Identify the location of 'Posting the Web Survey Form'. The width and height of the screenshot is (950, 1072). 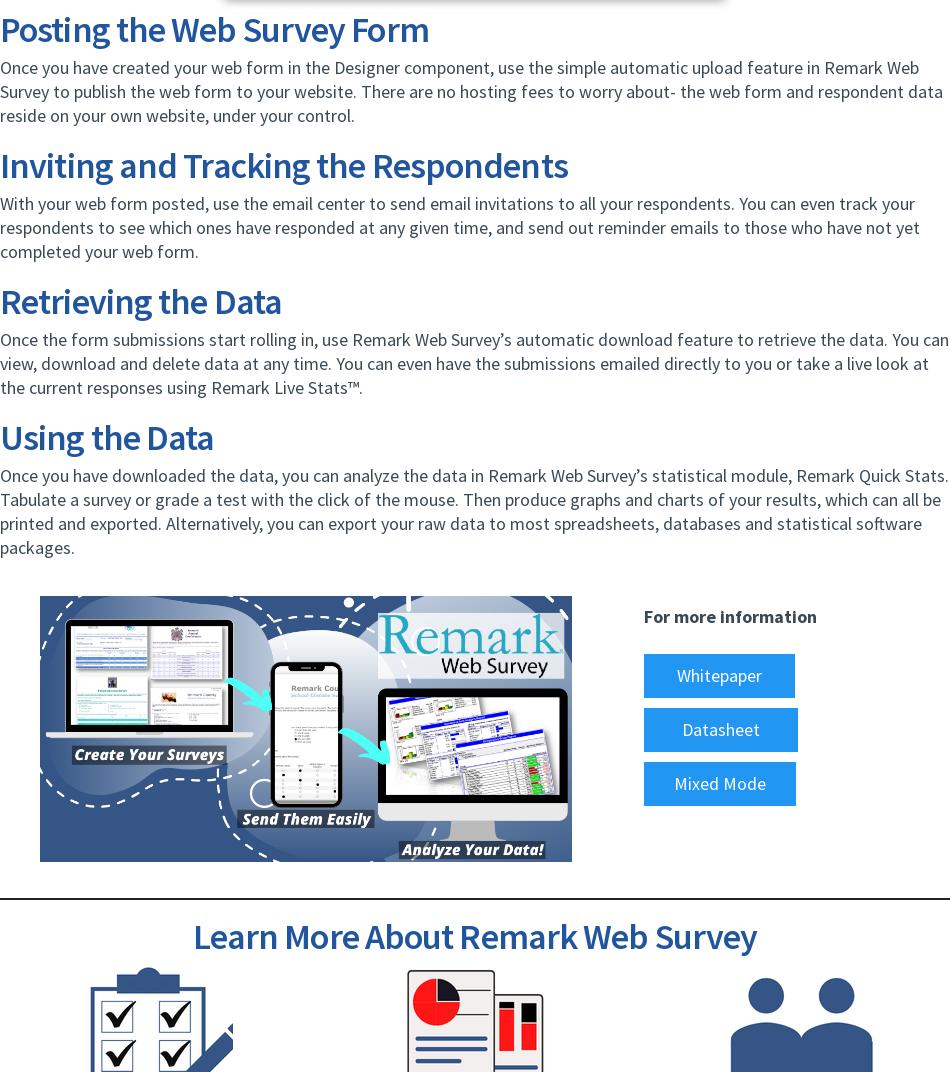
(214, 28).